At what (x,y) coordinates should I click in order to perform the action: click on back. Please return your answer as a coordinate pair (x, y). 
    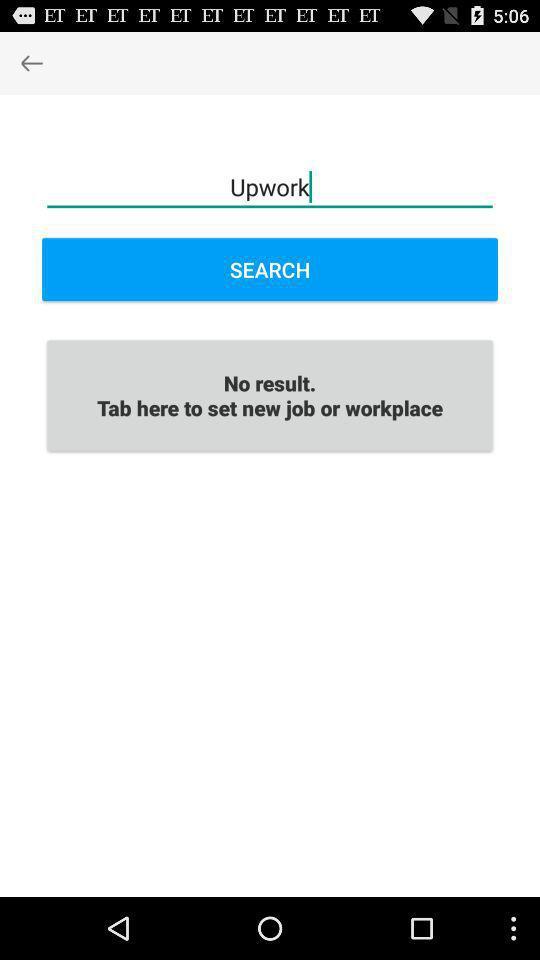
    Looking at the image, I should click on (30, 62).